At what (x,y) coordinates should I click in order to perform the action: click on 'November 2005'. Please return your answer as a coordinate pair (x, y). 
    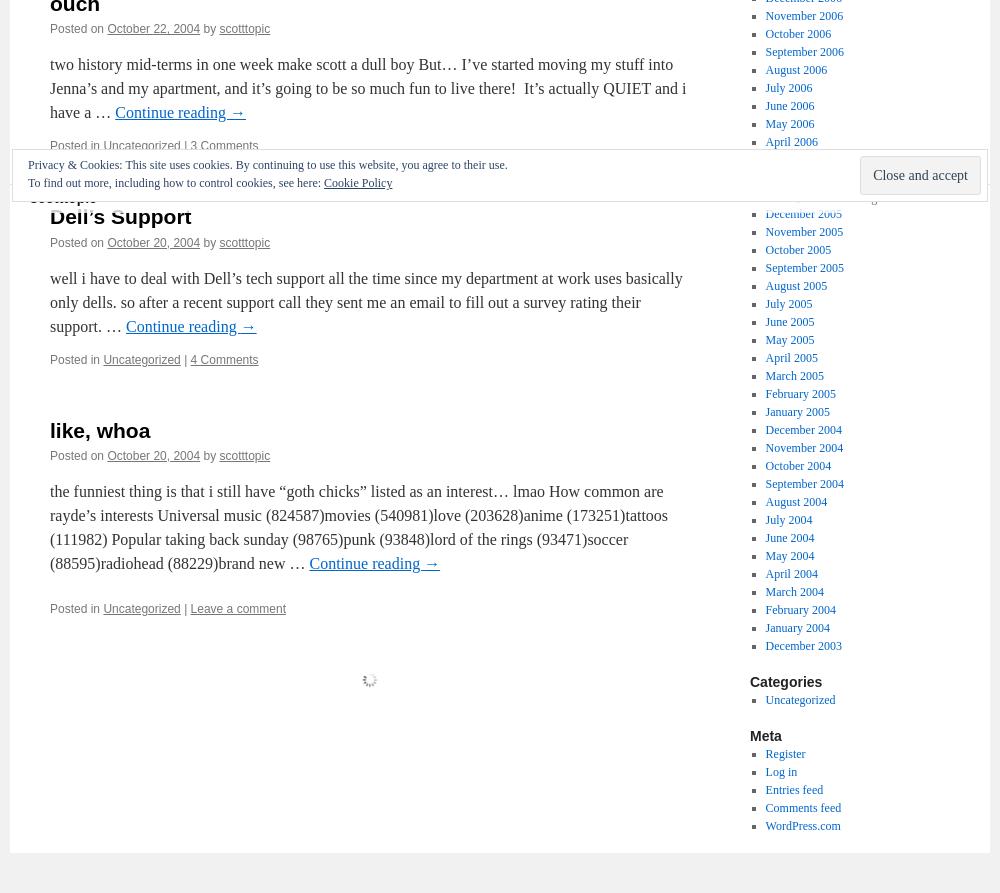
    Looking at the image, I should click on (765, 230).